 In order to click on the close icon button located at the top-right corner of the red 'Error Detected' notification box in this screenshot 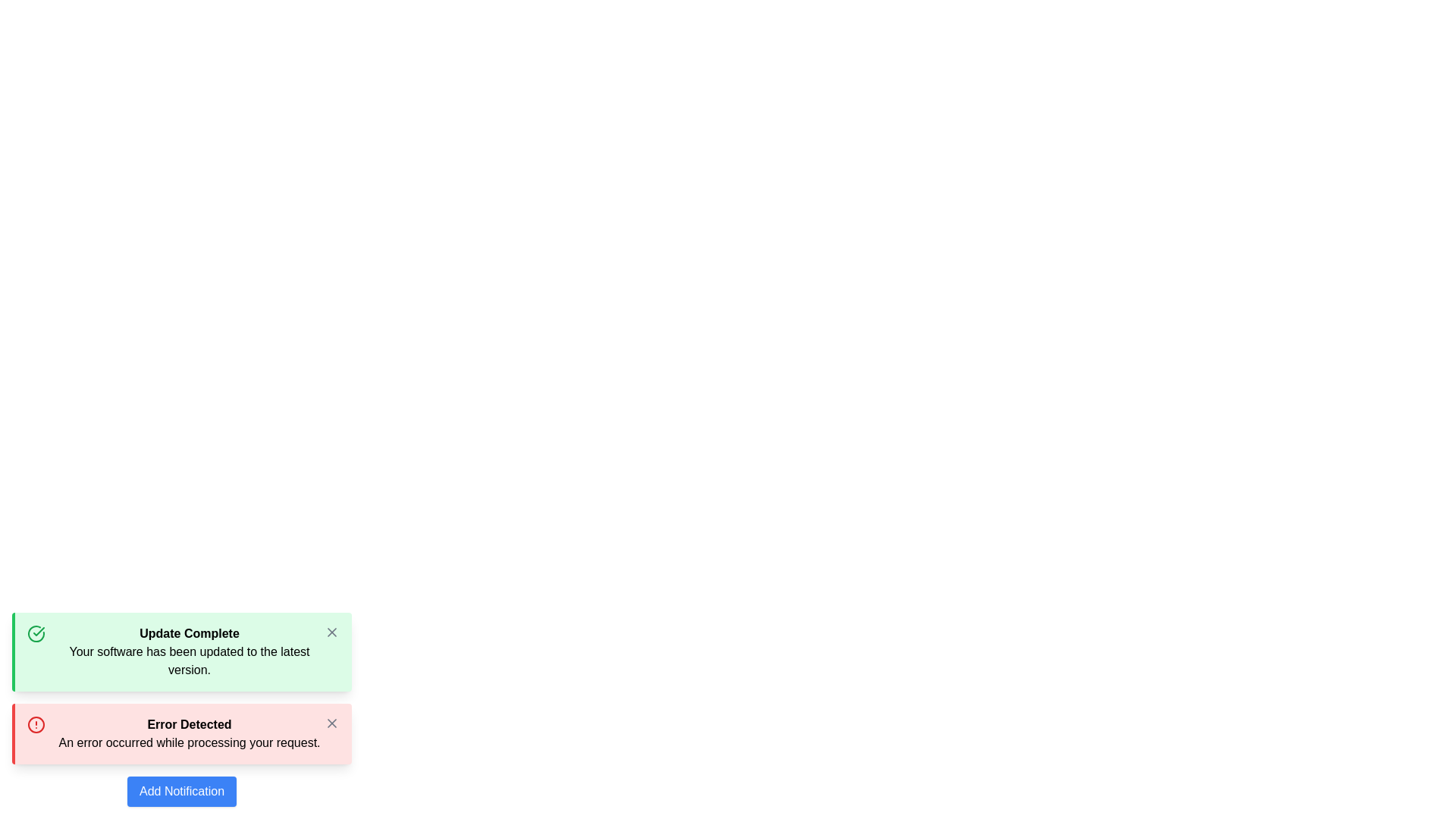, I will do `click(331, 722)`.